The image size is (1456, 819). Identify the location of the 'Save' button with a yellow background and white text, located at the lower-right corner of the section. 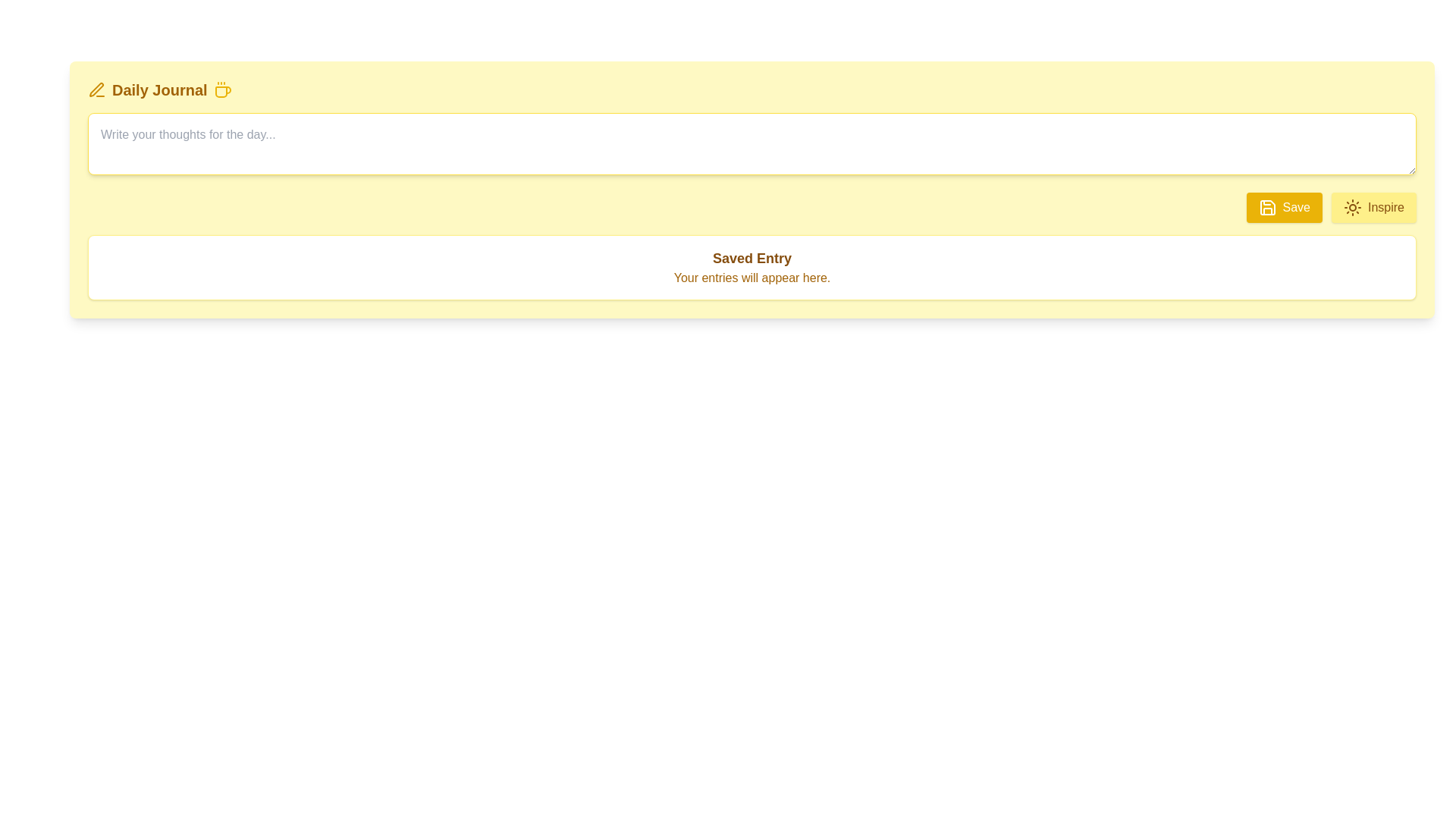
(1283, 207).